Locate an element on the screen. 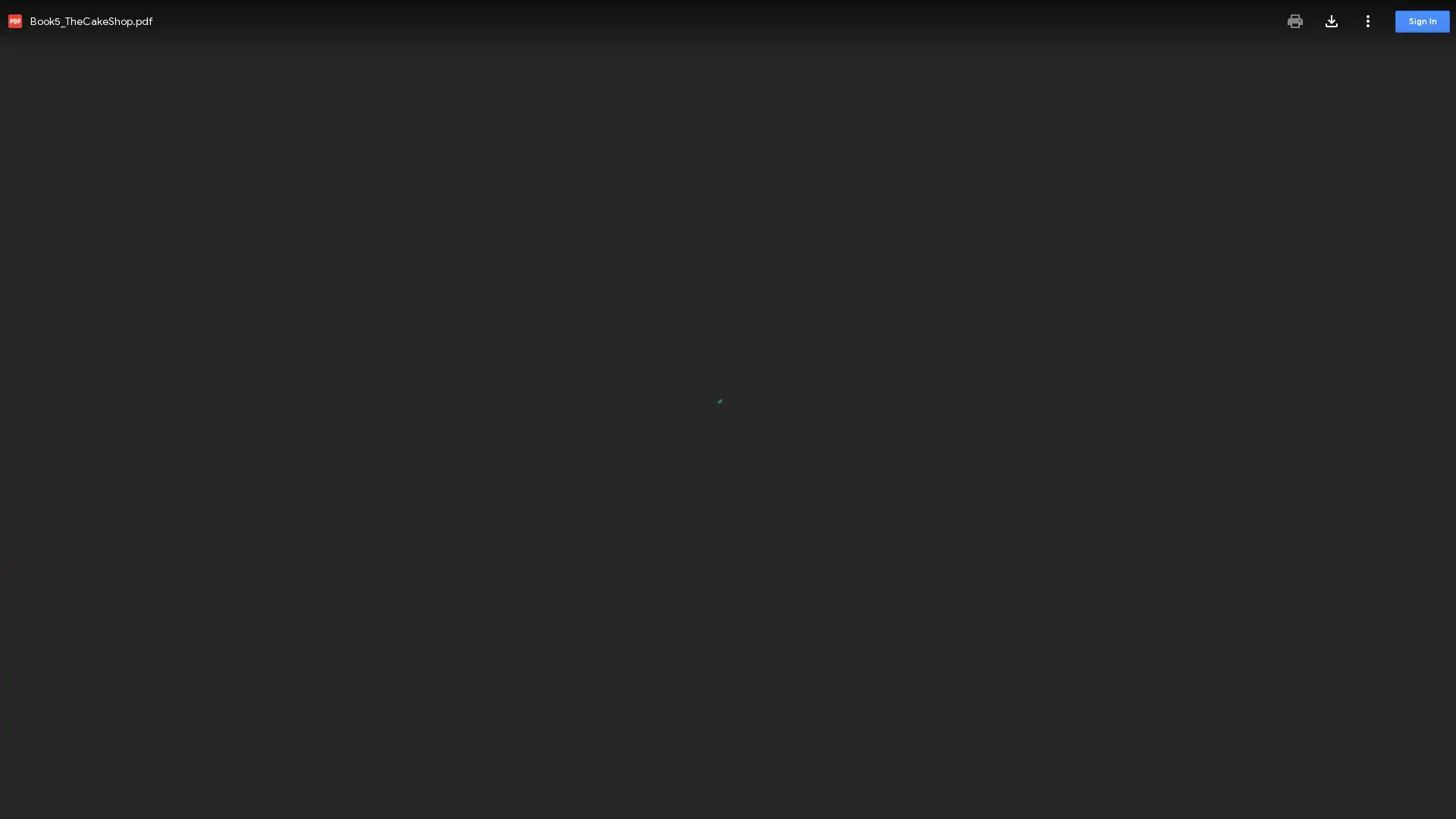  Download is located at coordinates (1331, 20).